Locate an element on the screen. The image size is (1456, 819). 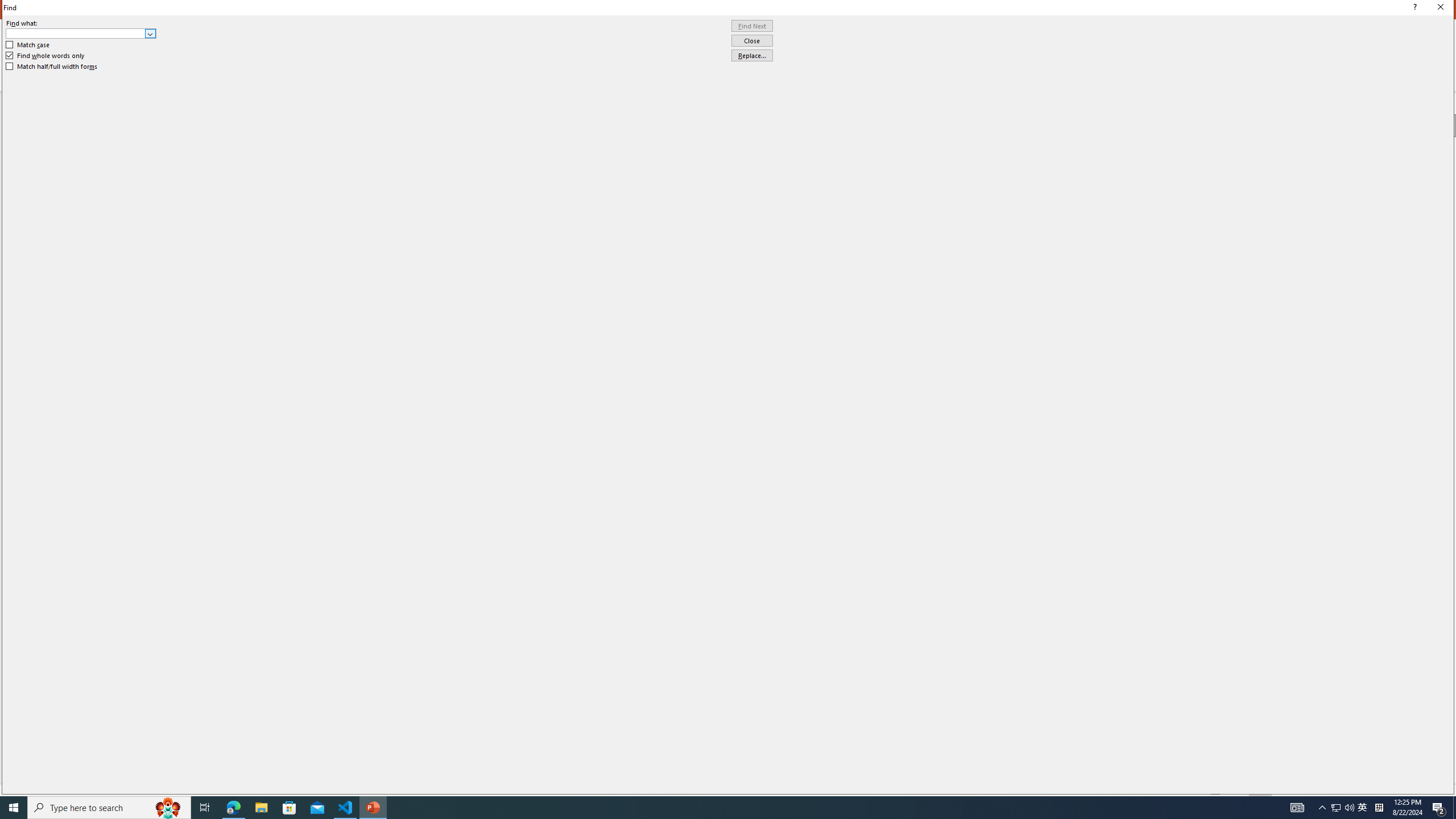
'Match case' is located at coordinates (27, 44).